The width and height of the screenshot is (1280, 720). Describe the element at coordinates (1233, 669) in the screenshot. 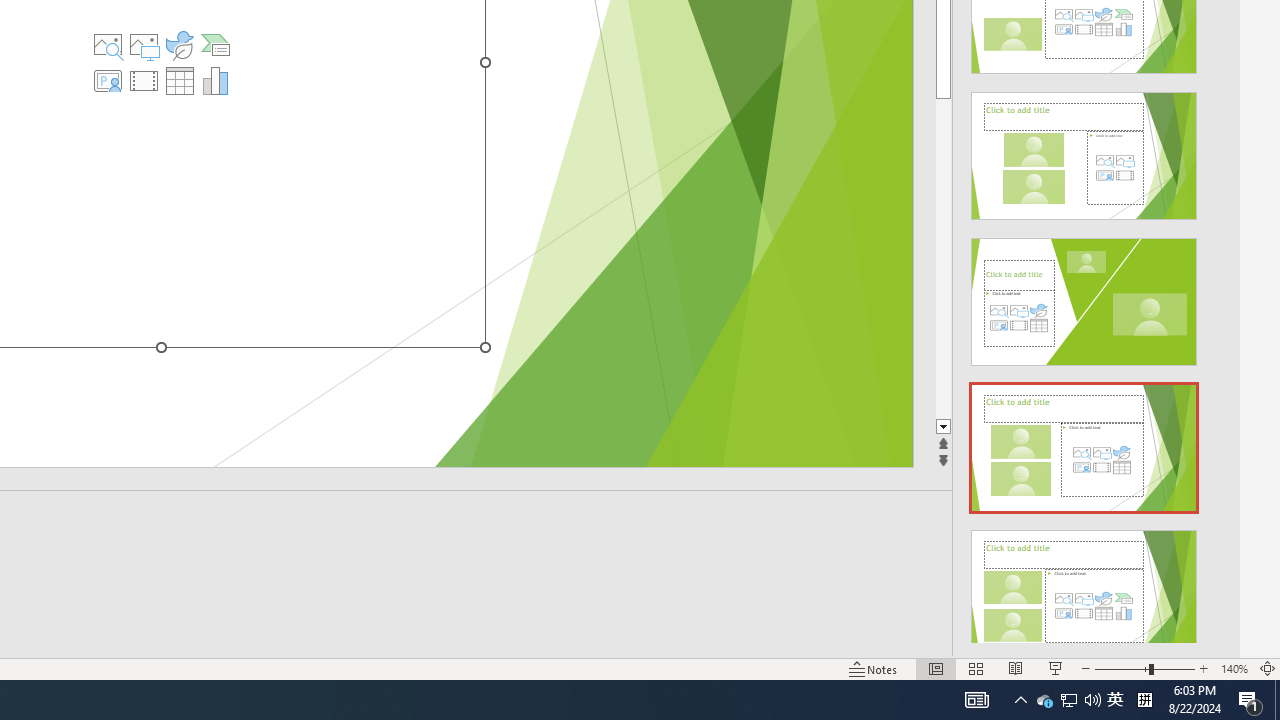

I see `'Zoom 140%'` at that location.